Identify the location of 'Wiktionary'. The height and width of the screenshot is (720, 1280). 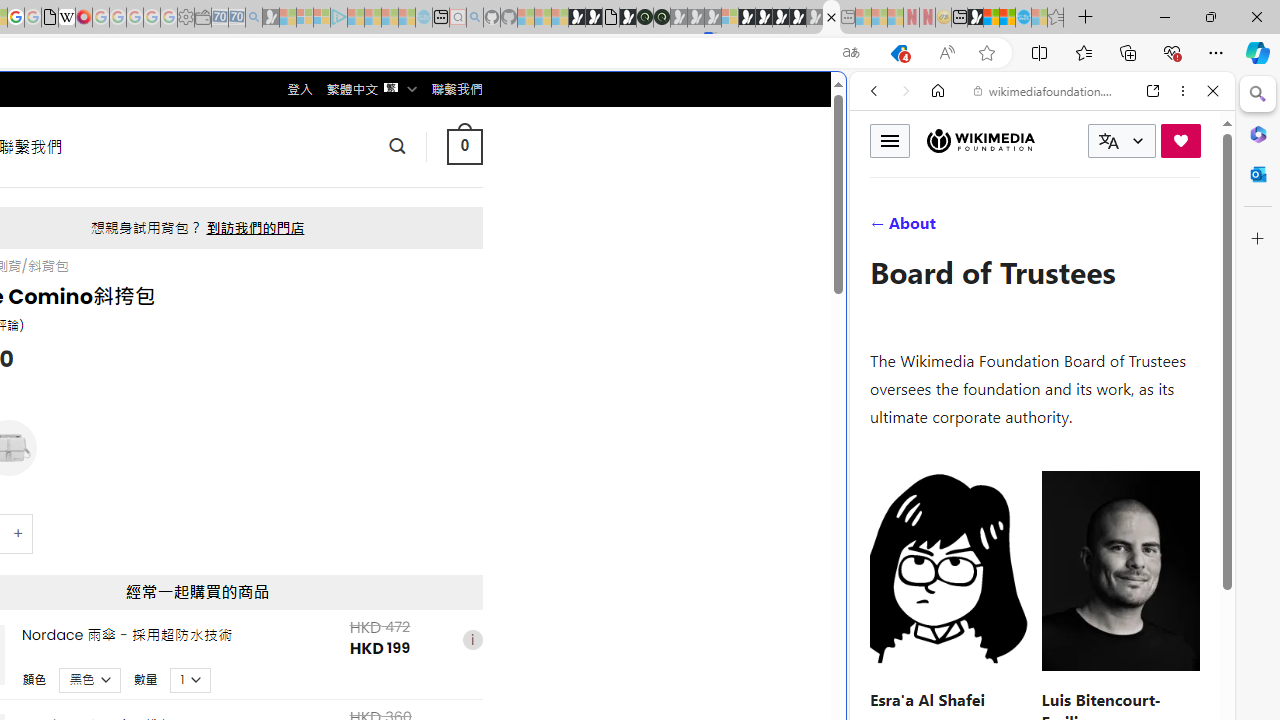
(1034, 669).